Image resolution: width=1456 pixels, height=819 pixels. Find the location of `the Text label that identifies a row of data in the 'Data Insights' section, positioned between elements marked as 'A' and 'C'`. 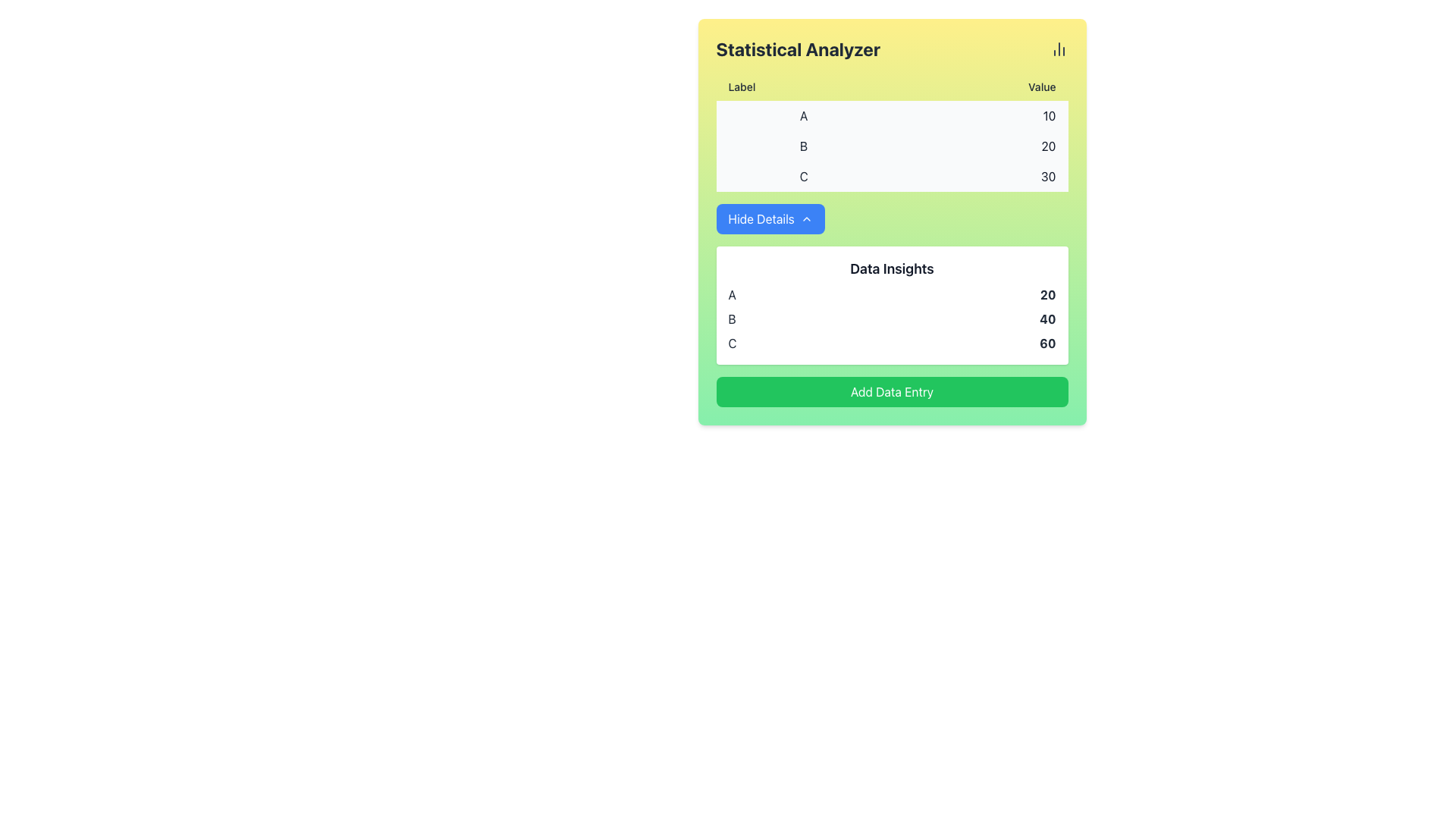

the Text label that identifies a row of data in the 'Data Insights' section, positioned between elements marked as 'A' and 'C' is located at coordinates (732, 318).